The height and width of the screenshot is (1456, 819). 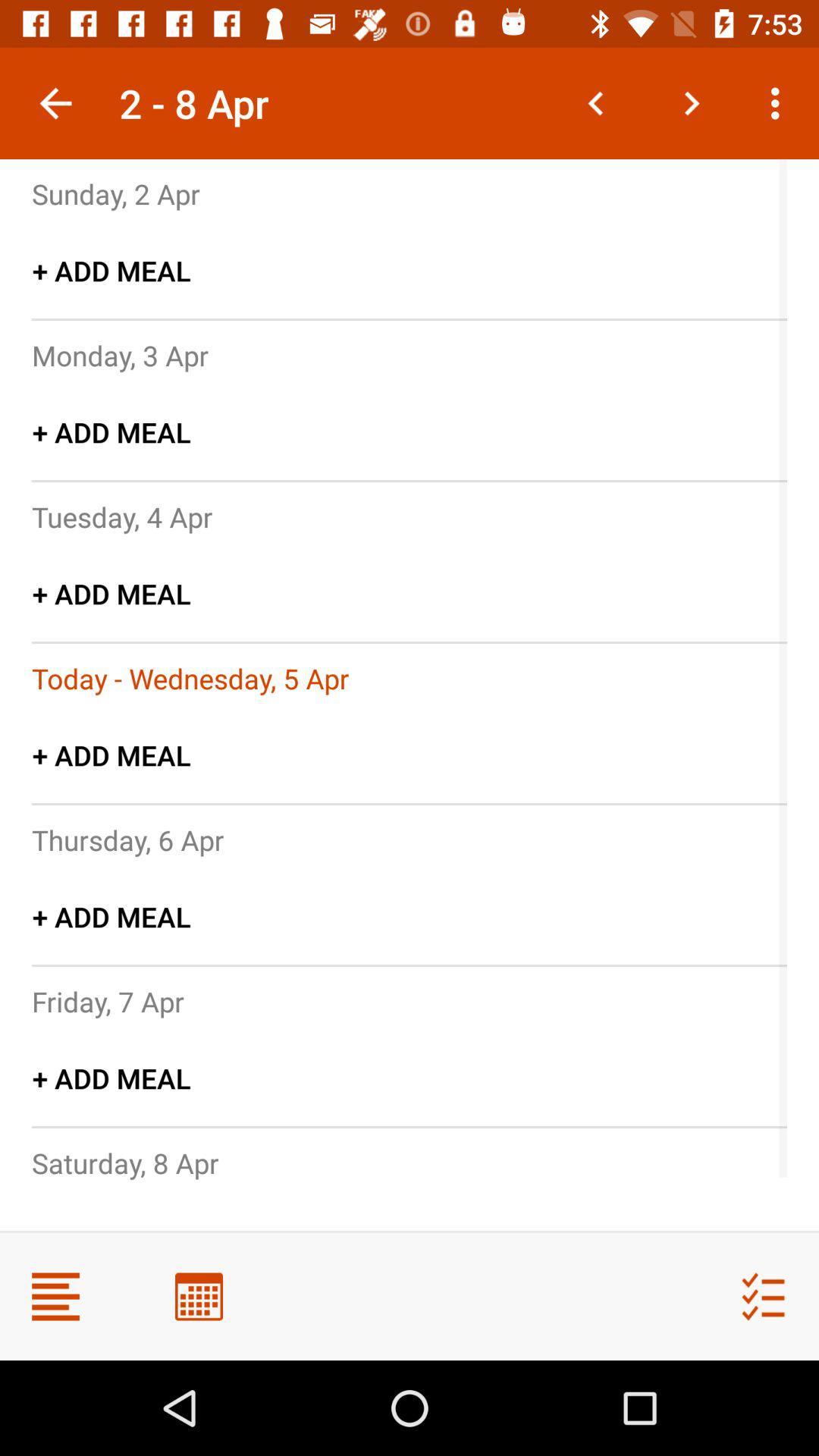 I want to click on go forward, so click(x=691, y=102).